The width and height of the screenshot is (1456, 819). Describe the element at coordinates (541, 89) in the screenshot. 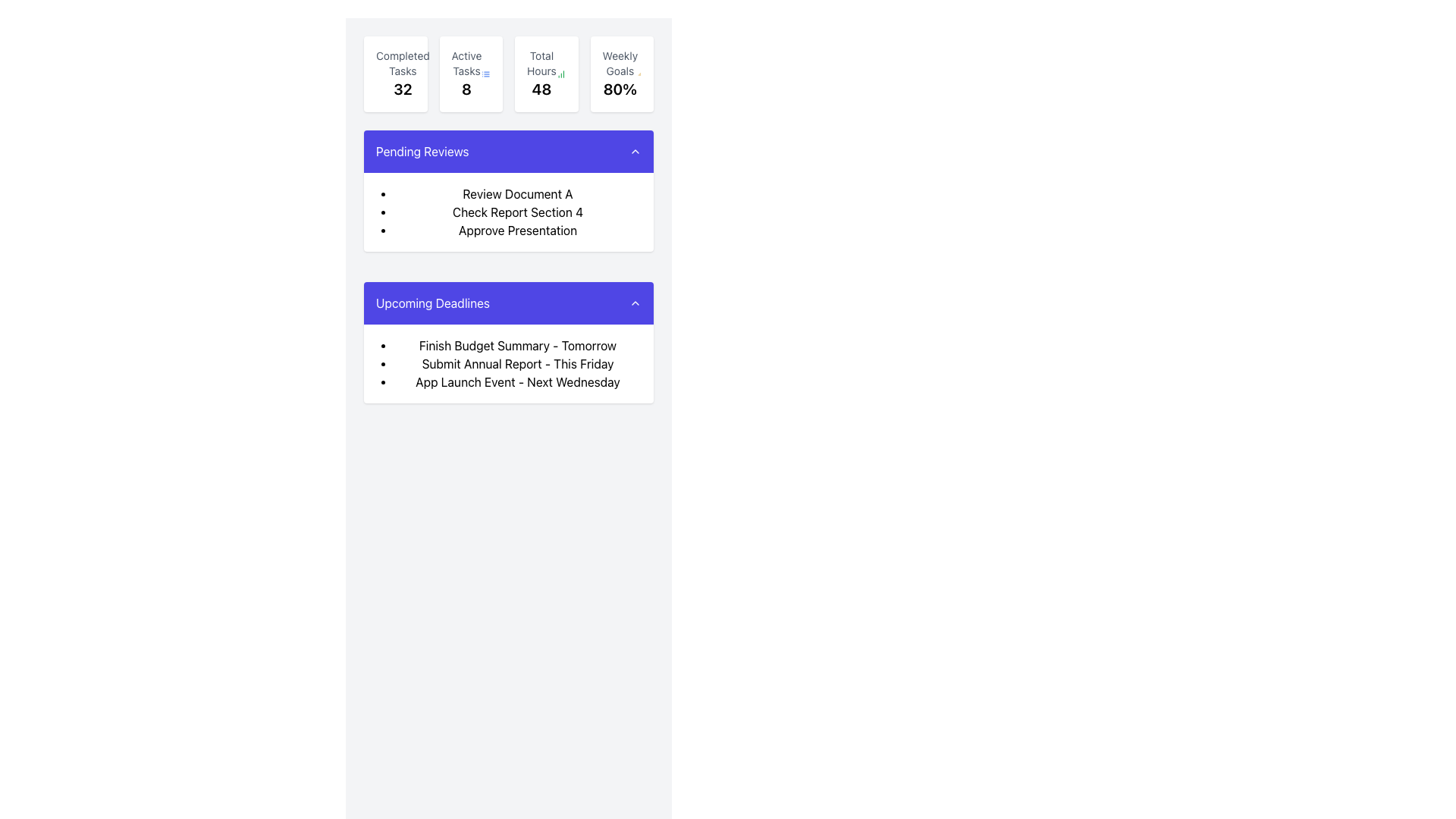

I see `the bold-text number '48' displayed under the 'Total Hours' label, which is the third element in the top row of summary statistics` at that location.